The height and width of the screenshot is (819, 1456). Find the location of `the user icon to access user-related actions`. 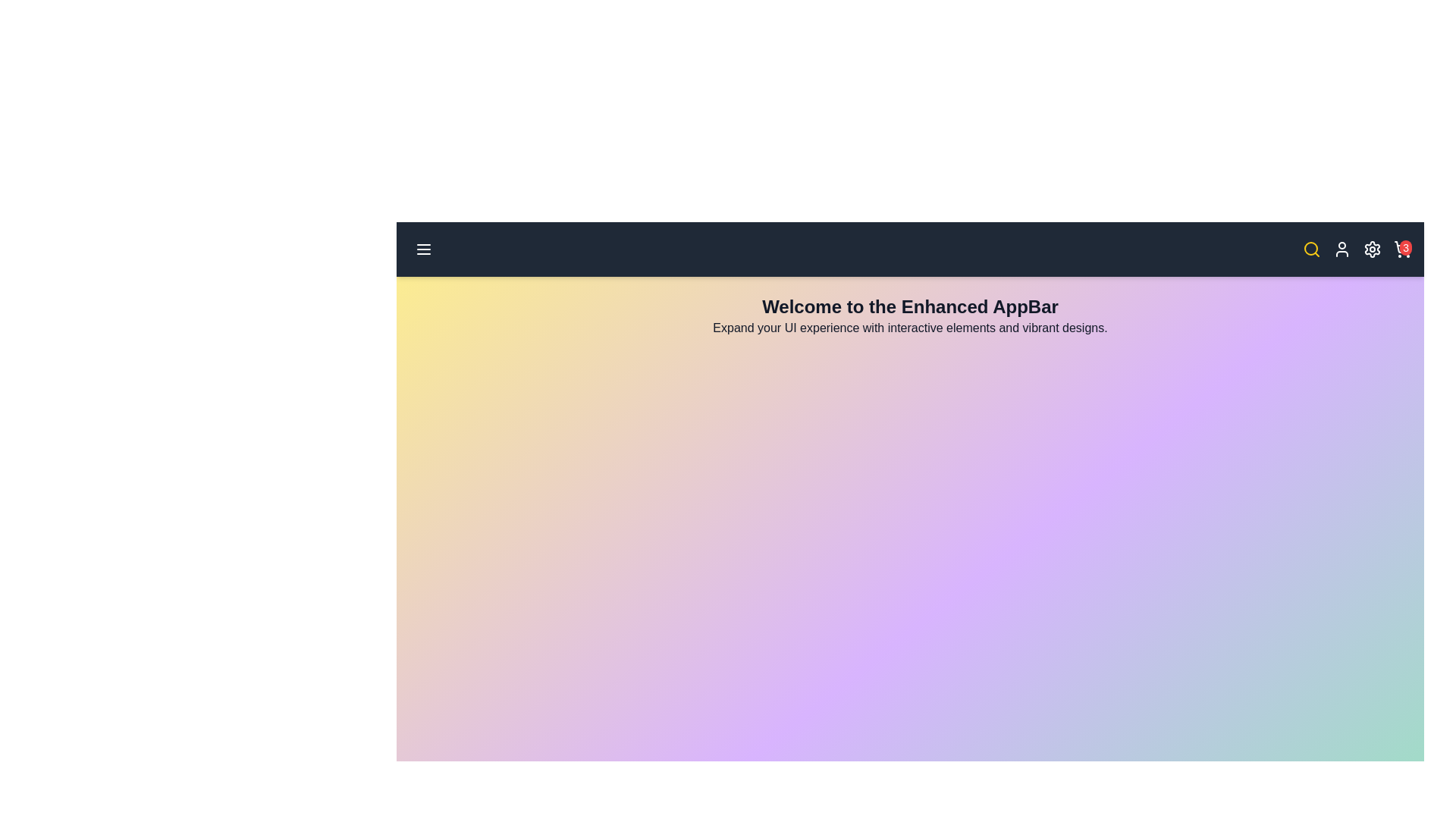

the user icon to access user-related actions is located at coordinates (1342, 248).